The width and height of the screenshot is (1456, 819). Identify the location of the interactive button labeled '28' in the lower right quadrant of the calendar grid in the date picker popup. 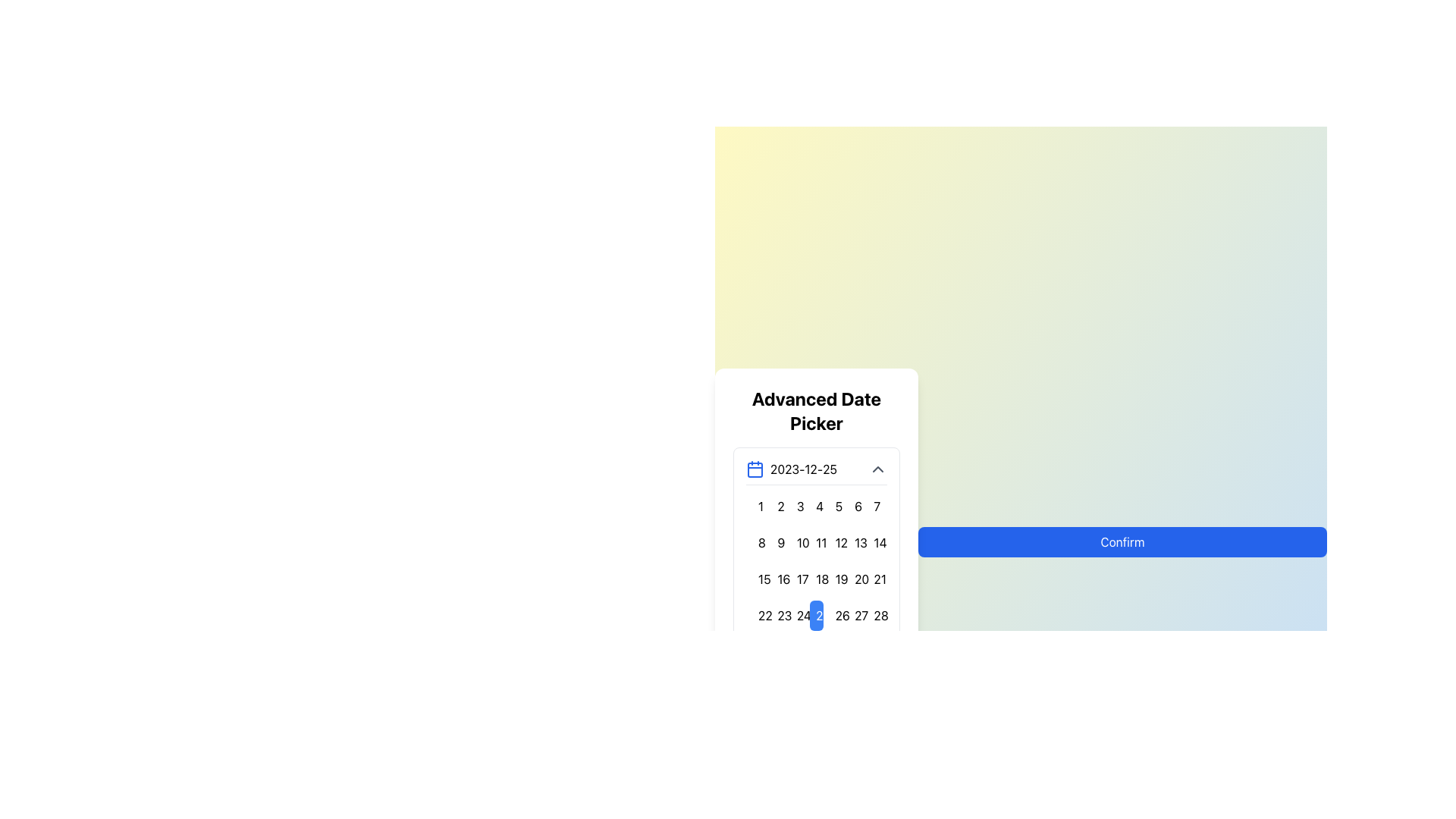
(874, 615).